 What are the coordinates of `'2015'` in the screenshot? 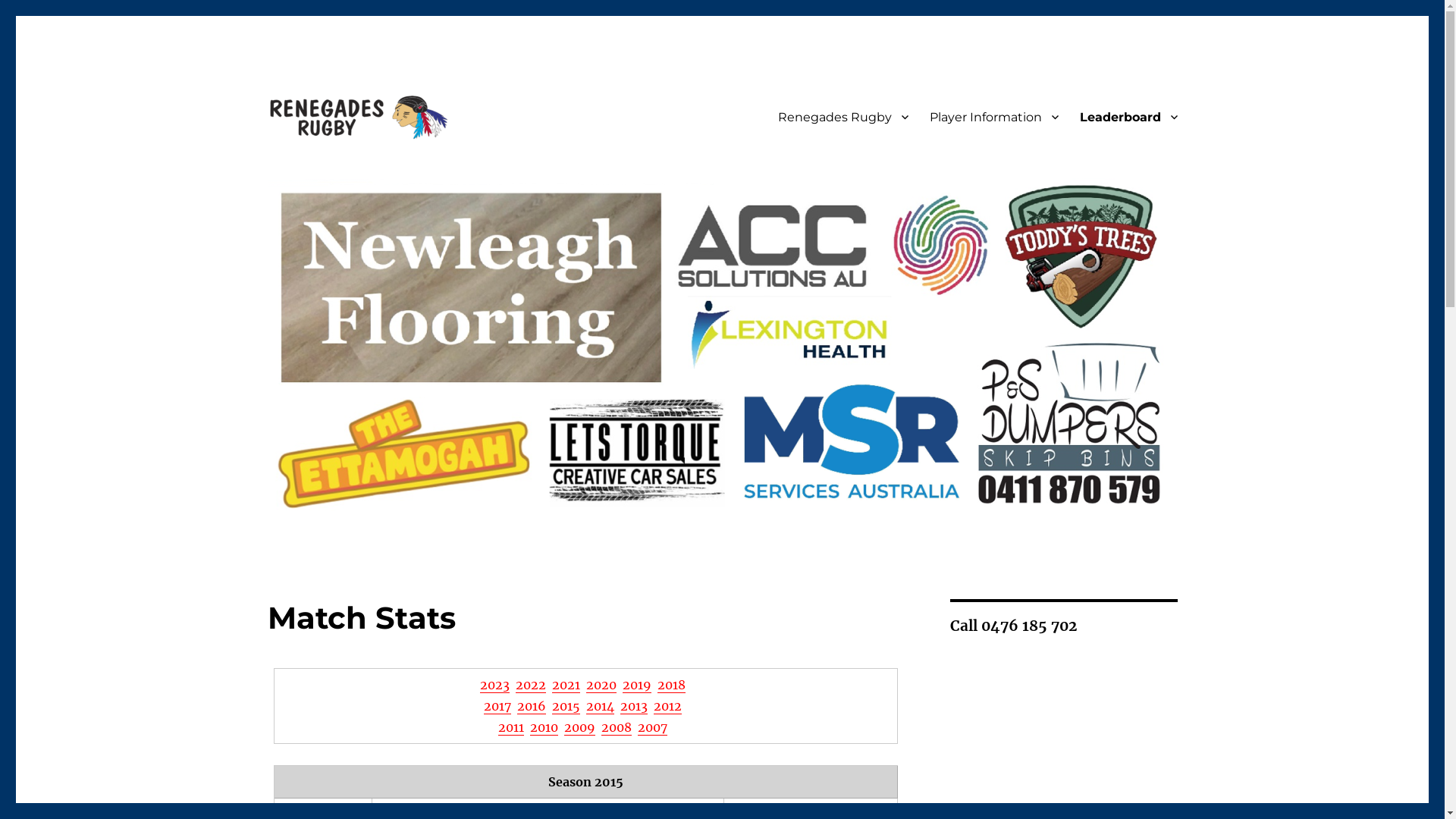 It's located at (565, 705).